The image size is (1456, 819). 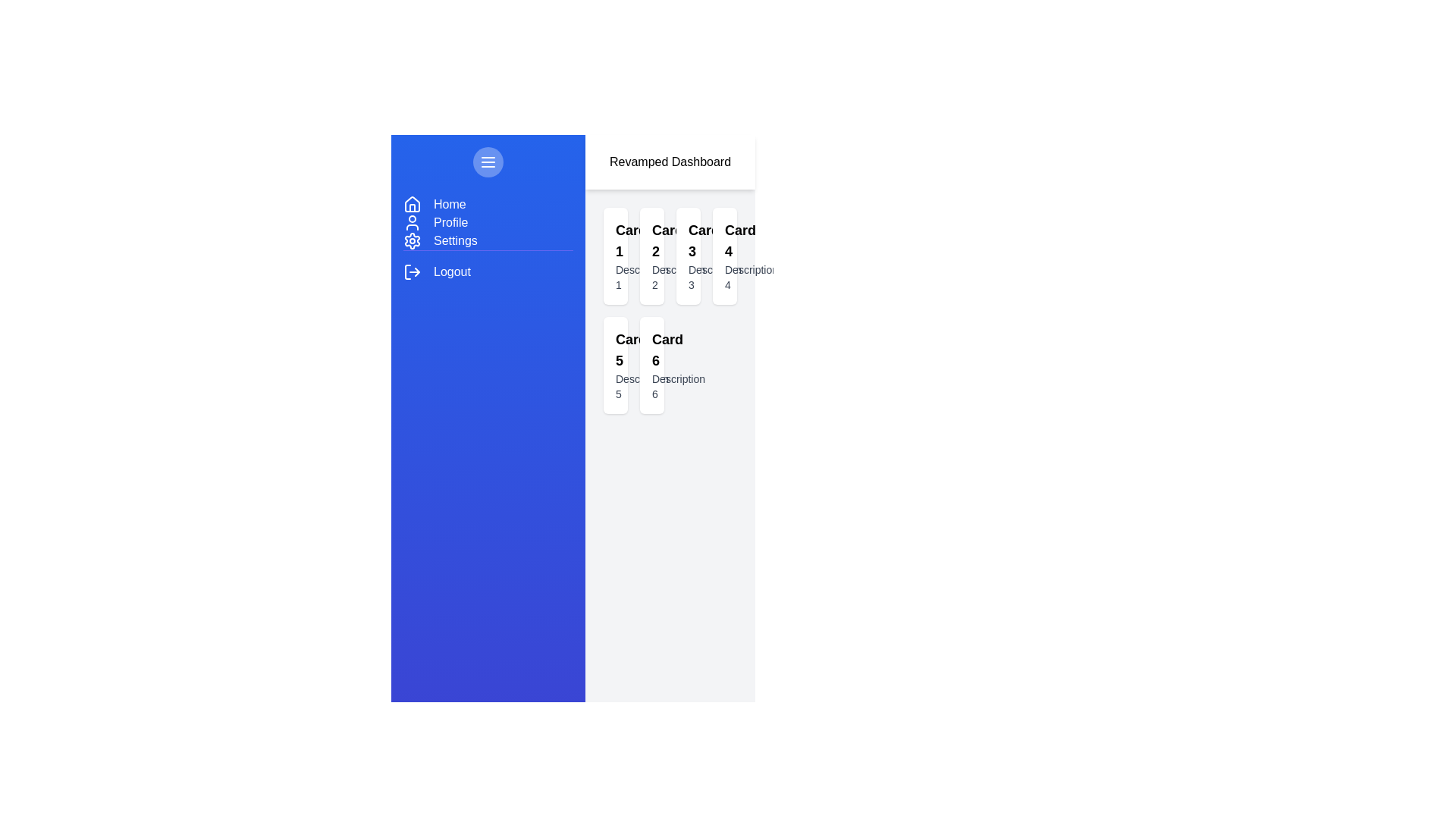 I want to click on the informational card located in the bottom-right corner of the grid, adjacent to 'Card 5' on its left, so click(x=651, y=366).